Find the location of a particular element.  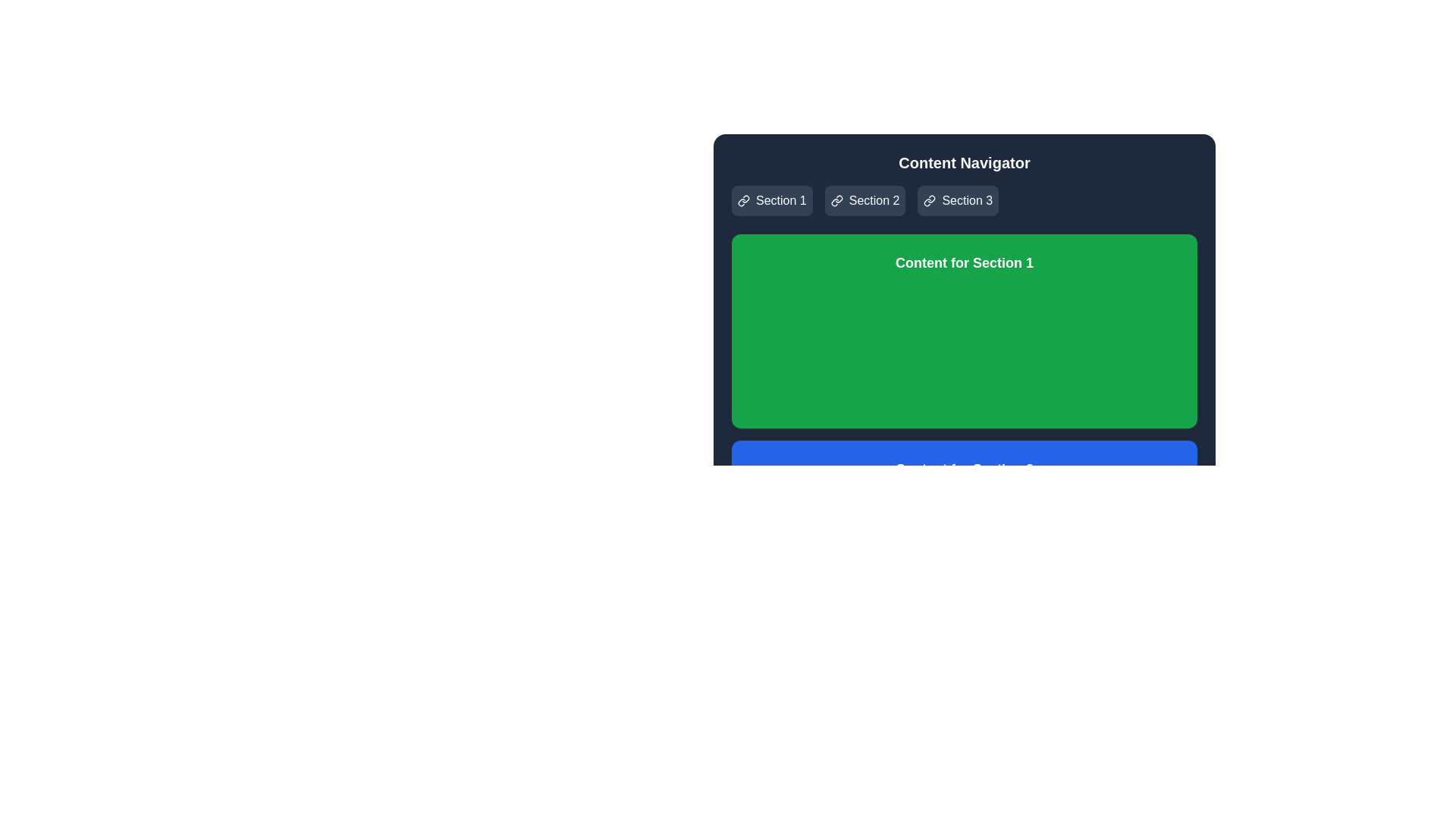

the first half of the chain-link icon located in the top-left quadrant of the interface, which is part of the 'Section 1' button's icon is located at coordinates (745, 198).